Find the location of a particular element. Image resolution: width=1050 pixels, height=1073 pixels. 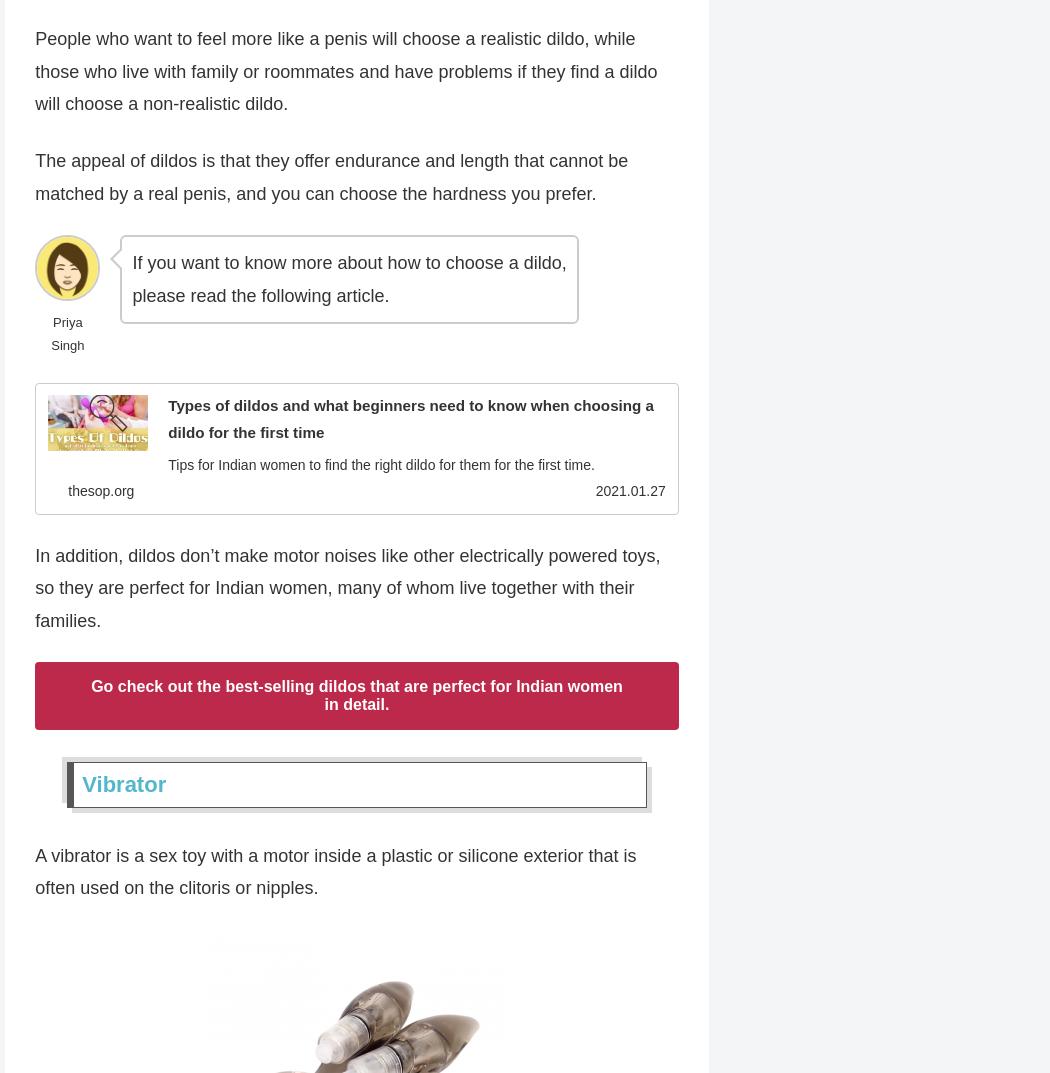

'thesop.org' is located at coordinates (101, 490).